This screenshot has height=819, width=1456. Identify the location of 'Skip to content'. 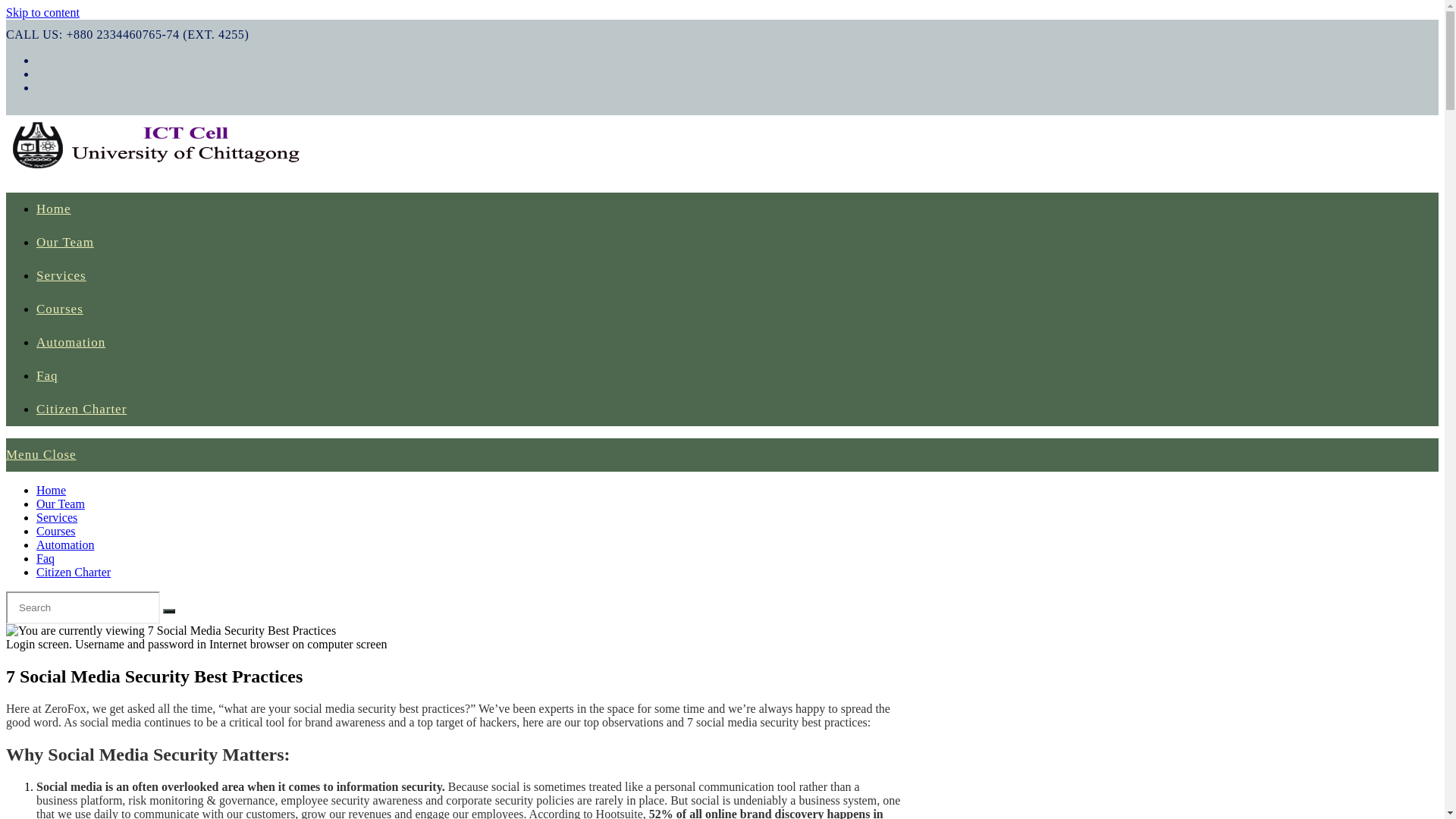
(42, 12).